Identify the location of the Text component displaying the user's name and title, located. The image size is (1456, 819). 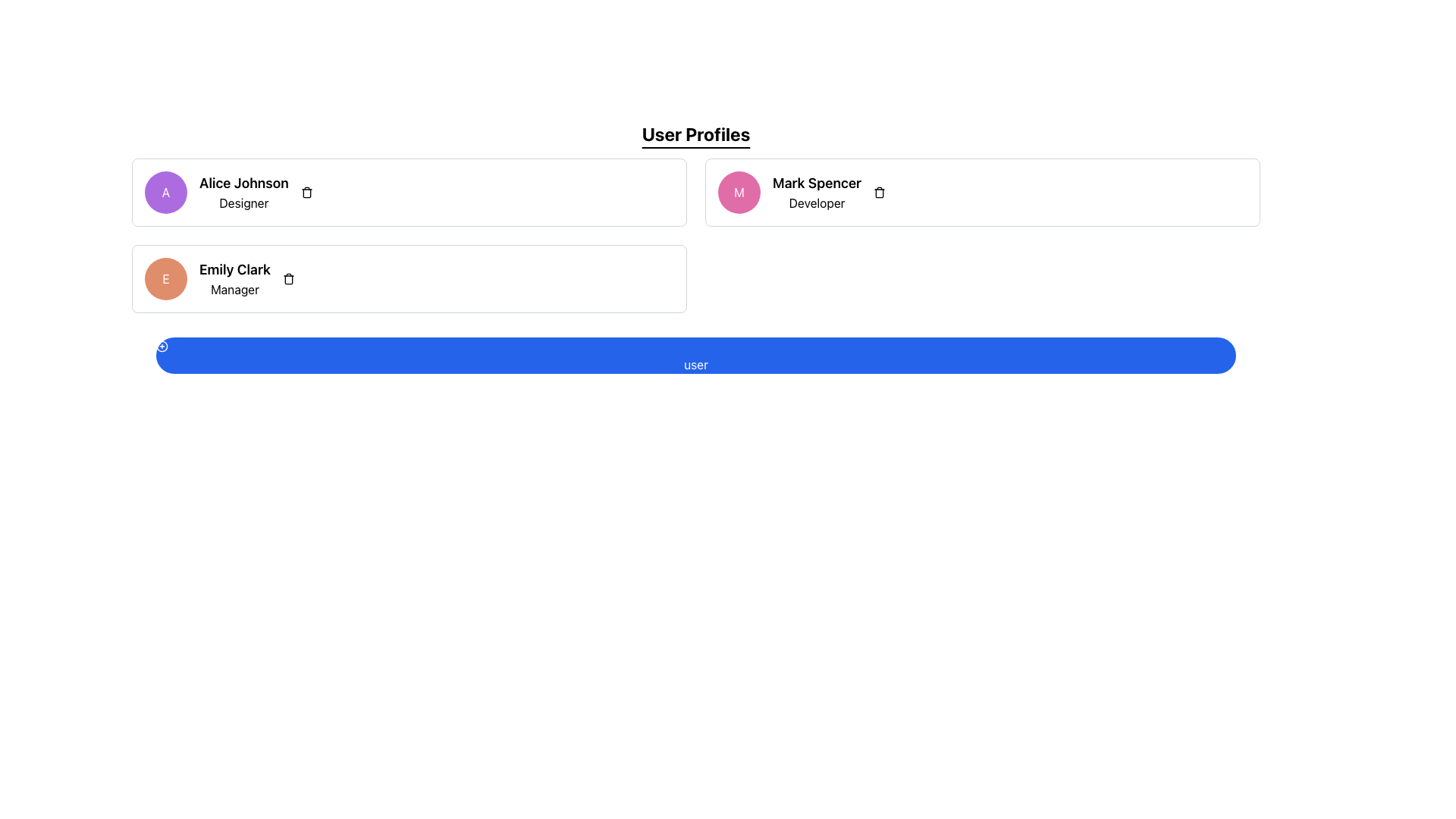
(234, 278).